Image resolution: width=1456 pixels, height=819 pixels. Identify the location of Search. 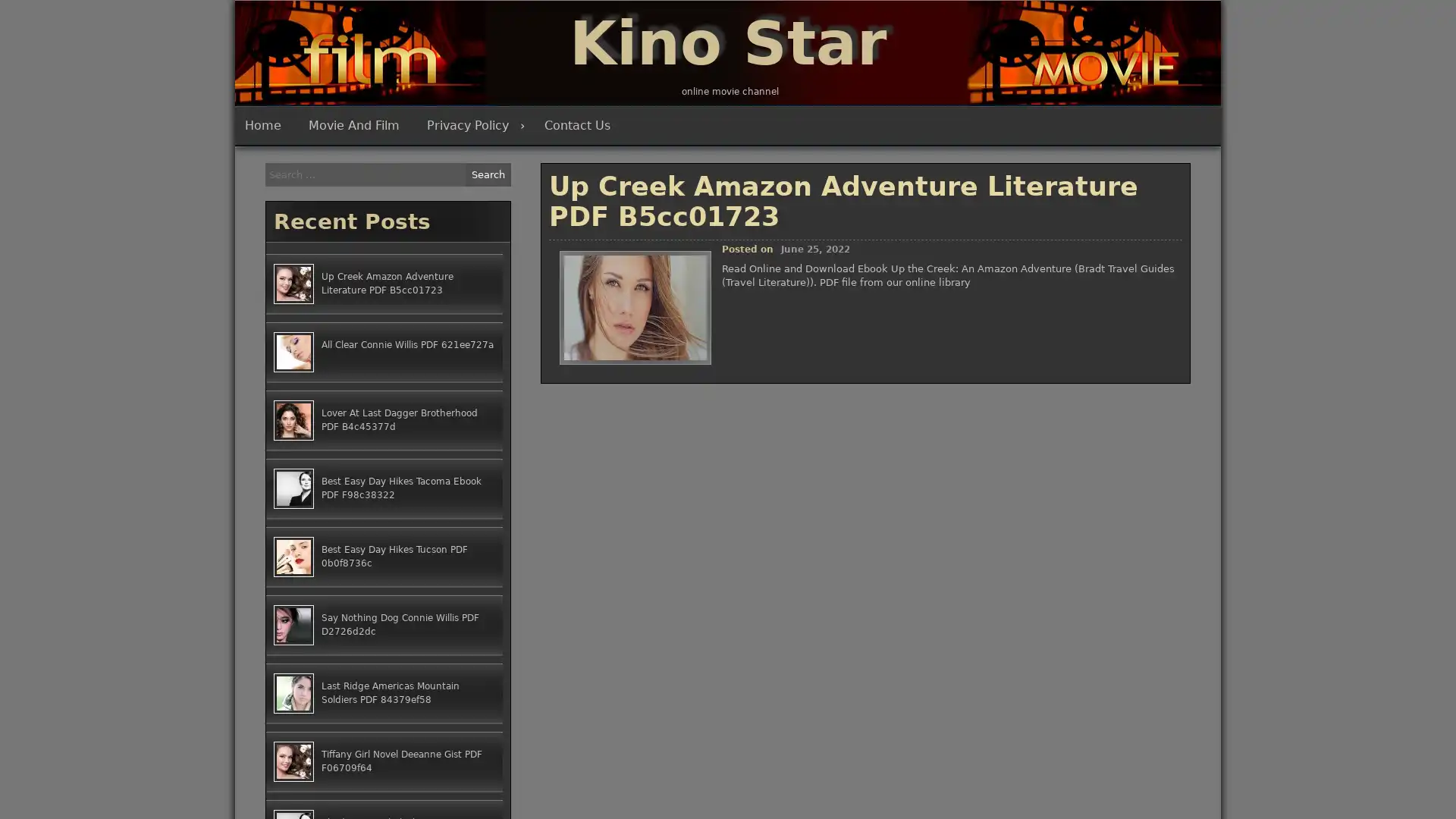
(488, 174).